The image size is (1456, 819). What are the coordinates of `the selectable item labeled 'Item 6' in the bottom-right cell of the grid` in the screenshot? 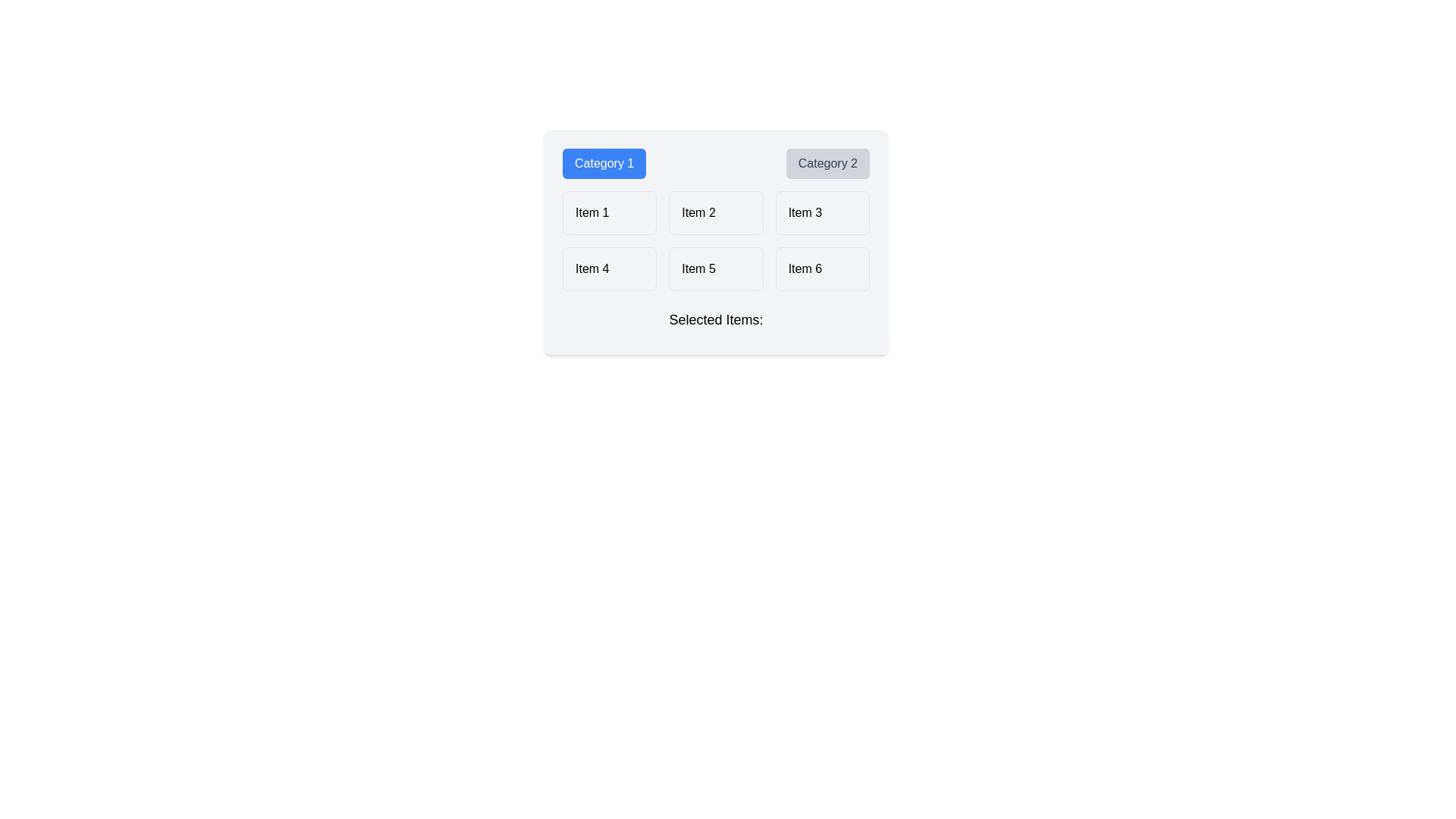 It's located at (821, 268).